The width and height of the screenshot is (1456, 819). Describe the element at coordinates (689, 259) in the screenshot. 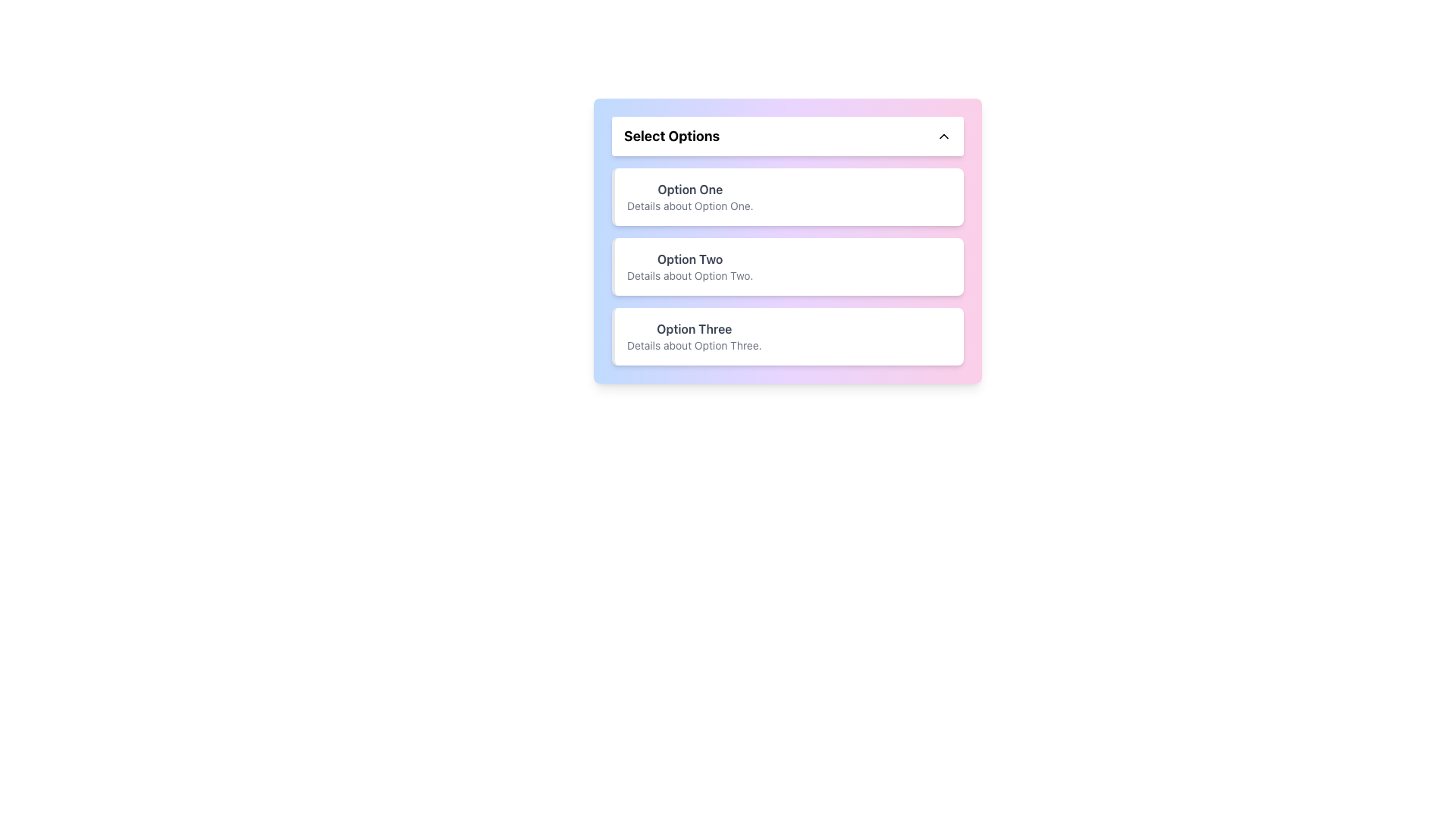

I see `the bold text label 'Option Two' which is part of a card-like section with a white background and subtle shadowing, centrally positioned in the layout` at that location.